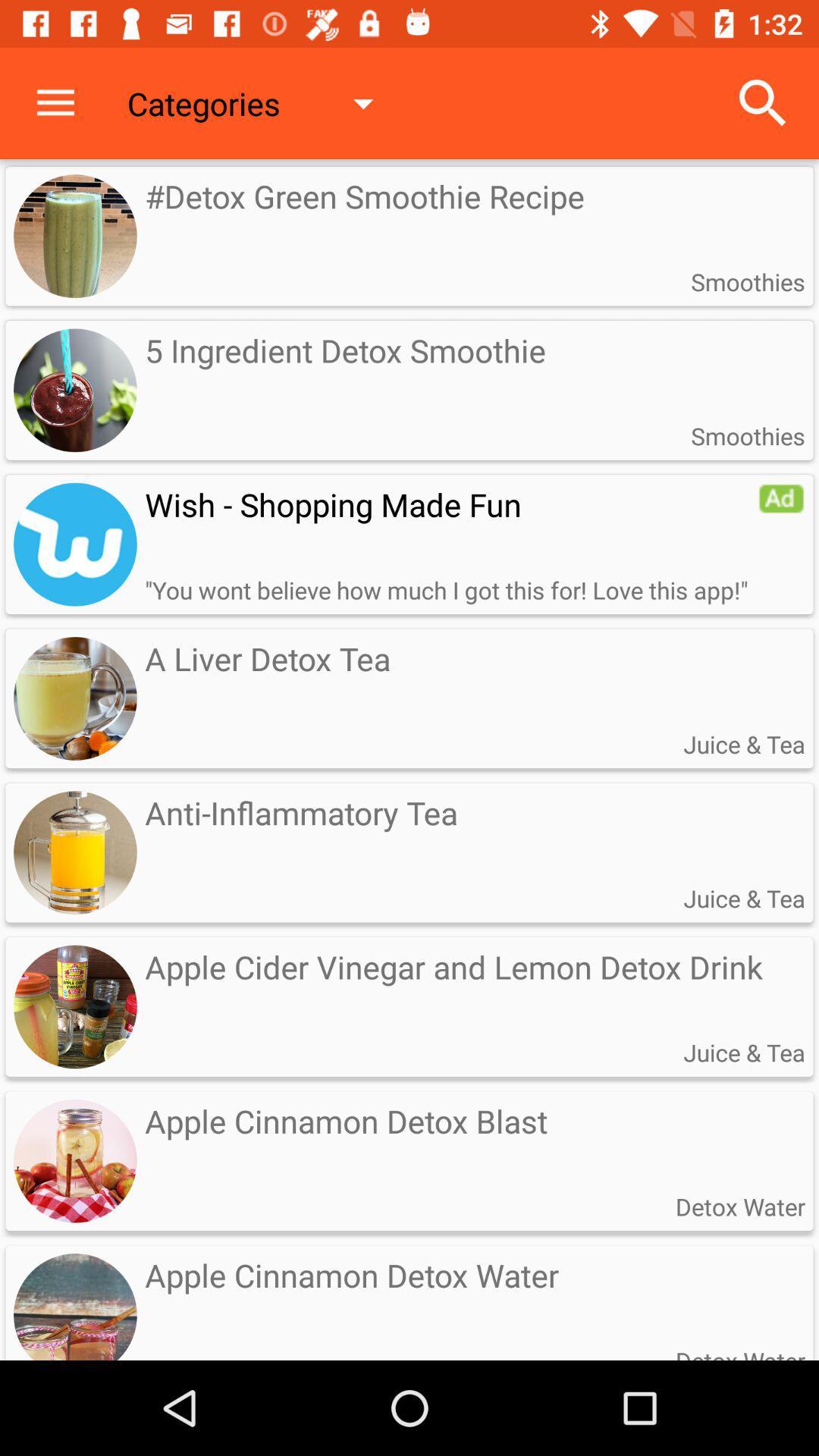 This screenshot has width=819, height=1456. I want to click on the icon to the right of categories, so click(763, 102).